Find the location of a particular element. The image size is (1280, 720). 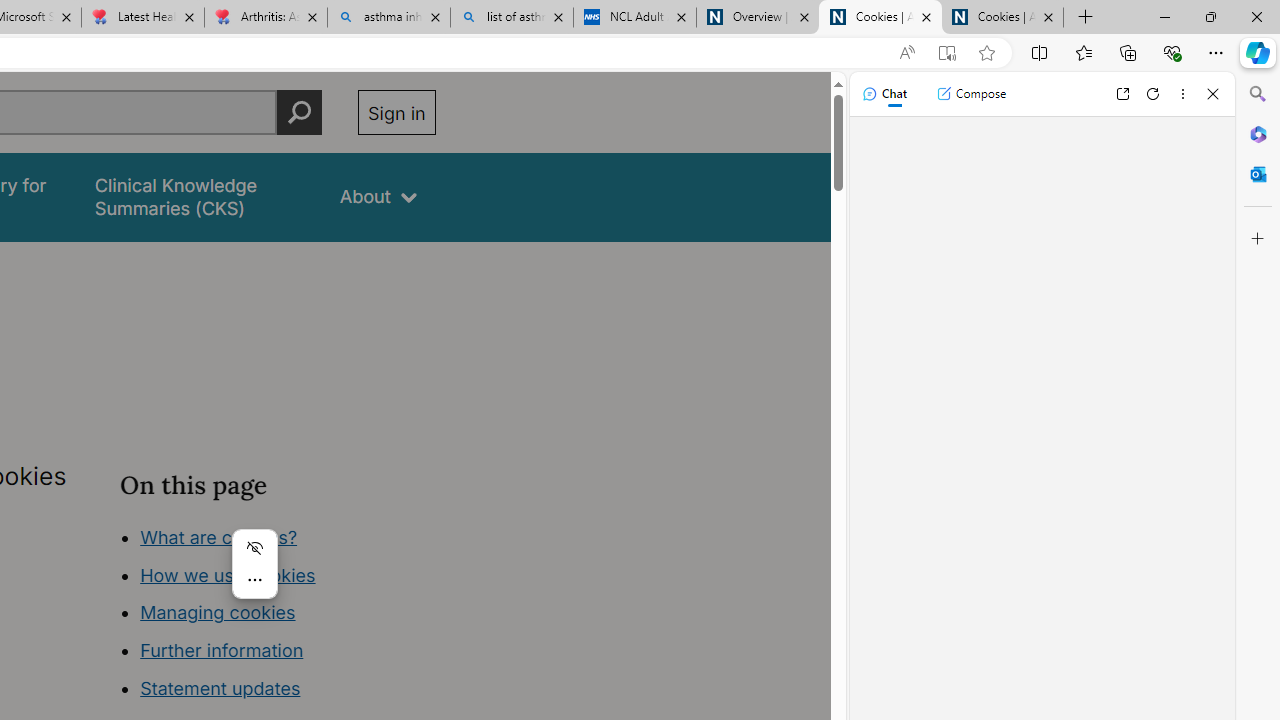

'About' is located at coordinates (378, 197).